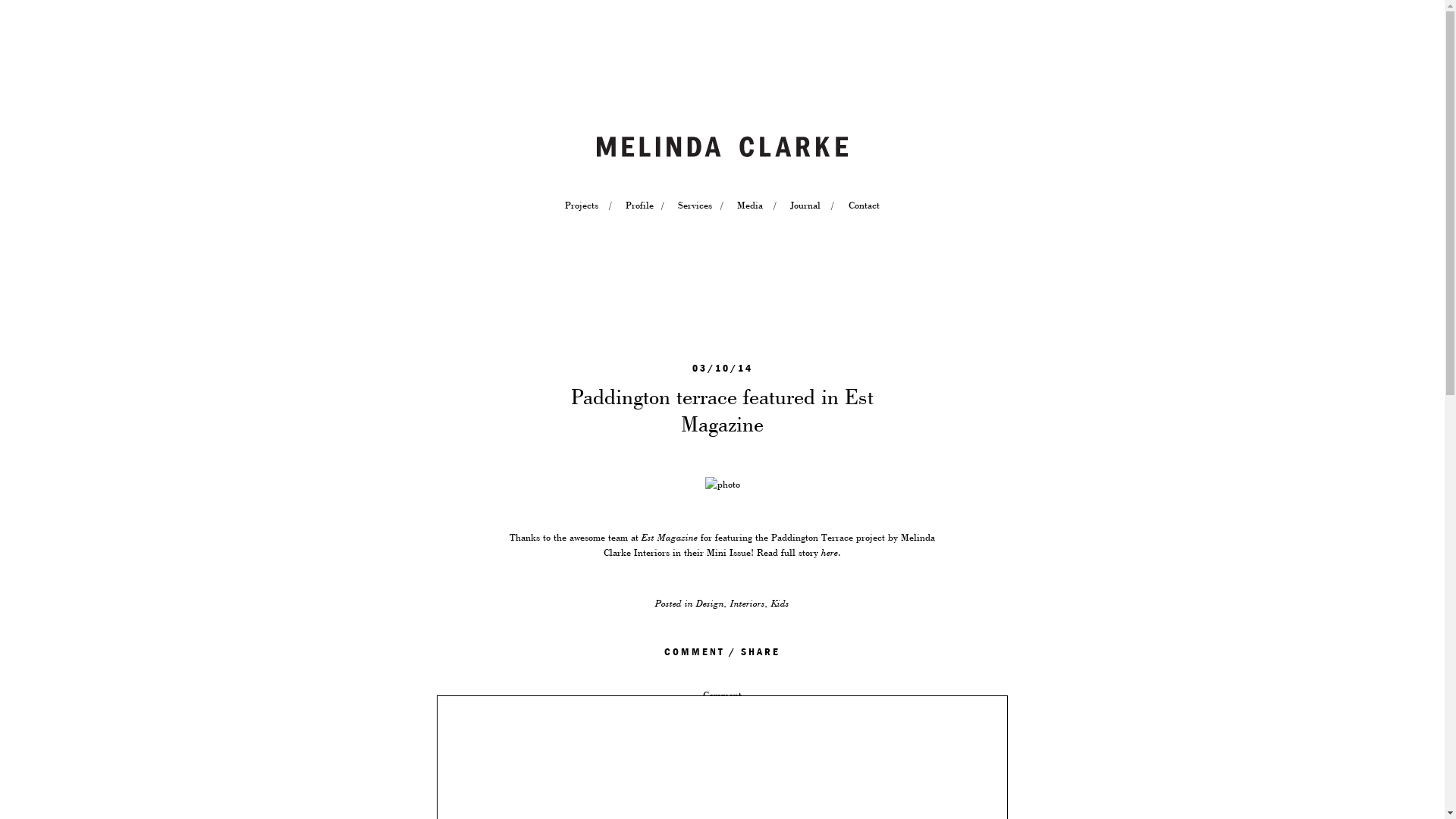 This screenshot has height=819, width=1456. What do you see at coordinates (638, 205) in the screenshot?
I see `'Profile'` at bounding box center [638, 205].